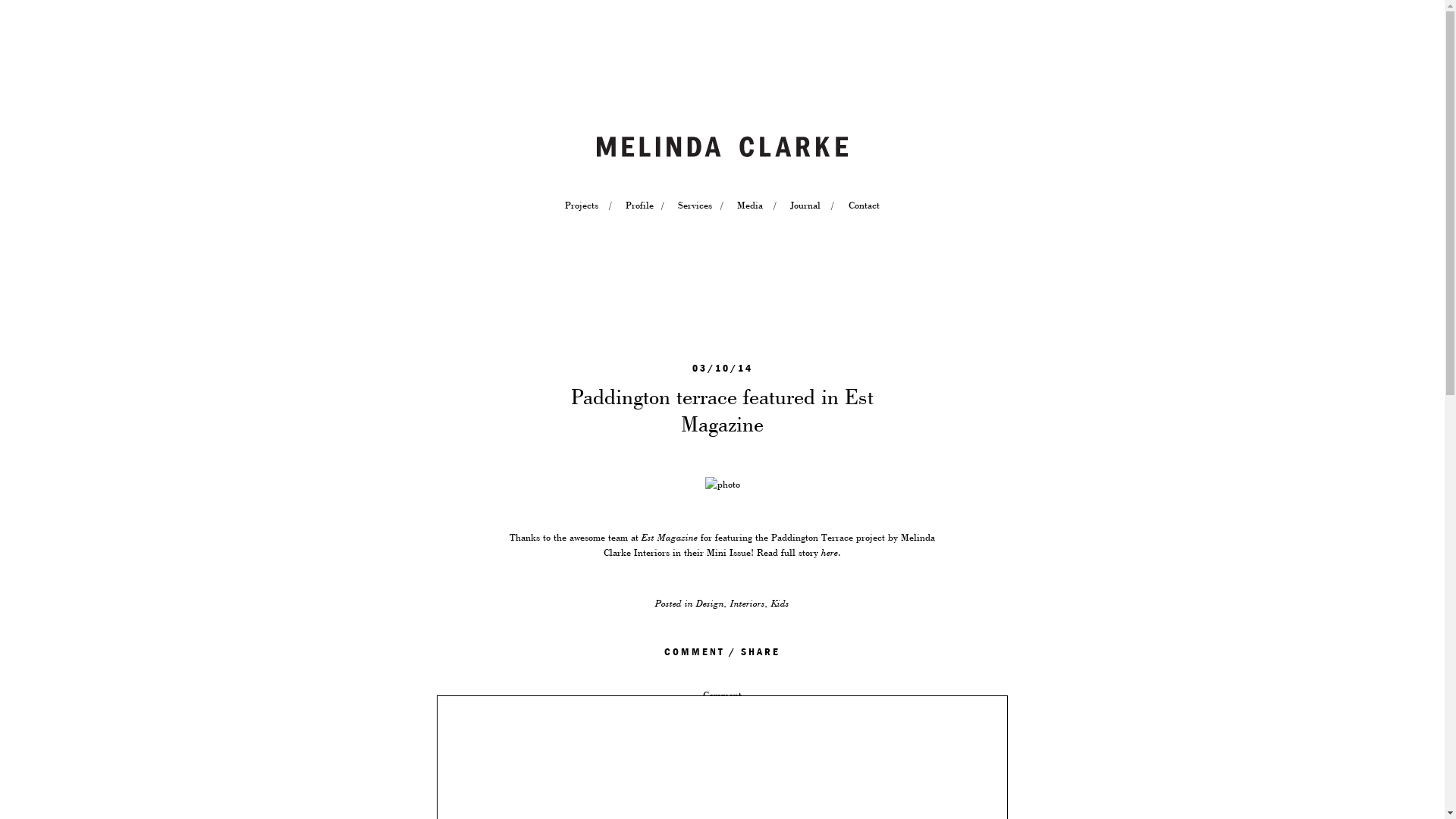 This screenshot has height=819, width=1456. What do you see at coordinates (638, 205) in the screenshot?
I see `'Profile'` at bounding box center [638, 205].